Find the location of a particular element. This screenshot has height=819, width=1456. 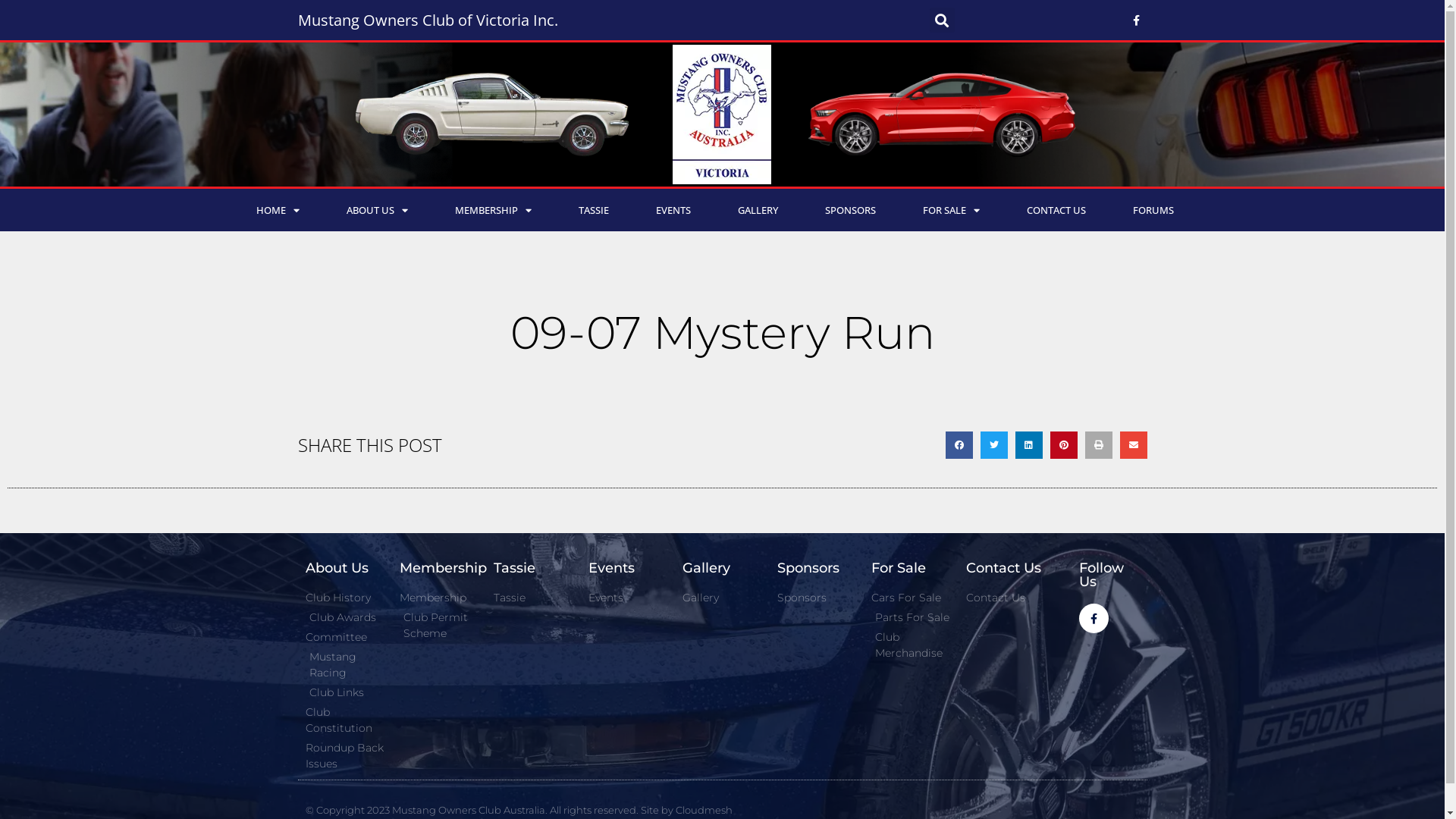

'EVENTS' is located at coordinates (632, 210).